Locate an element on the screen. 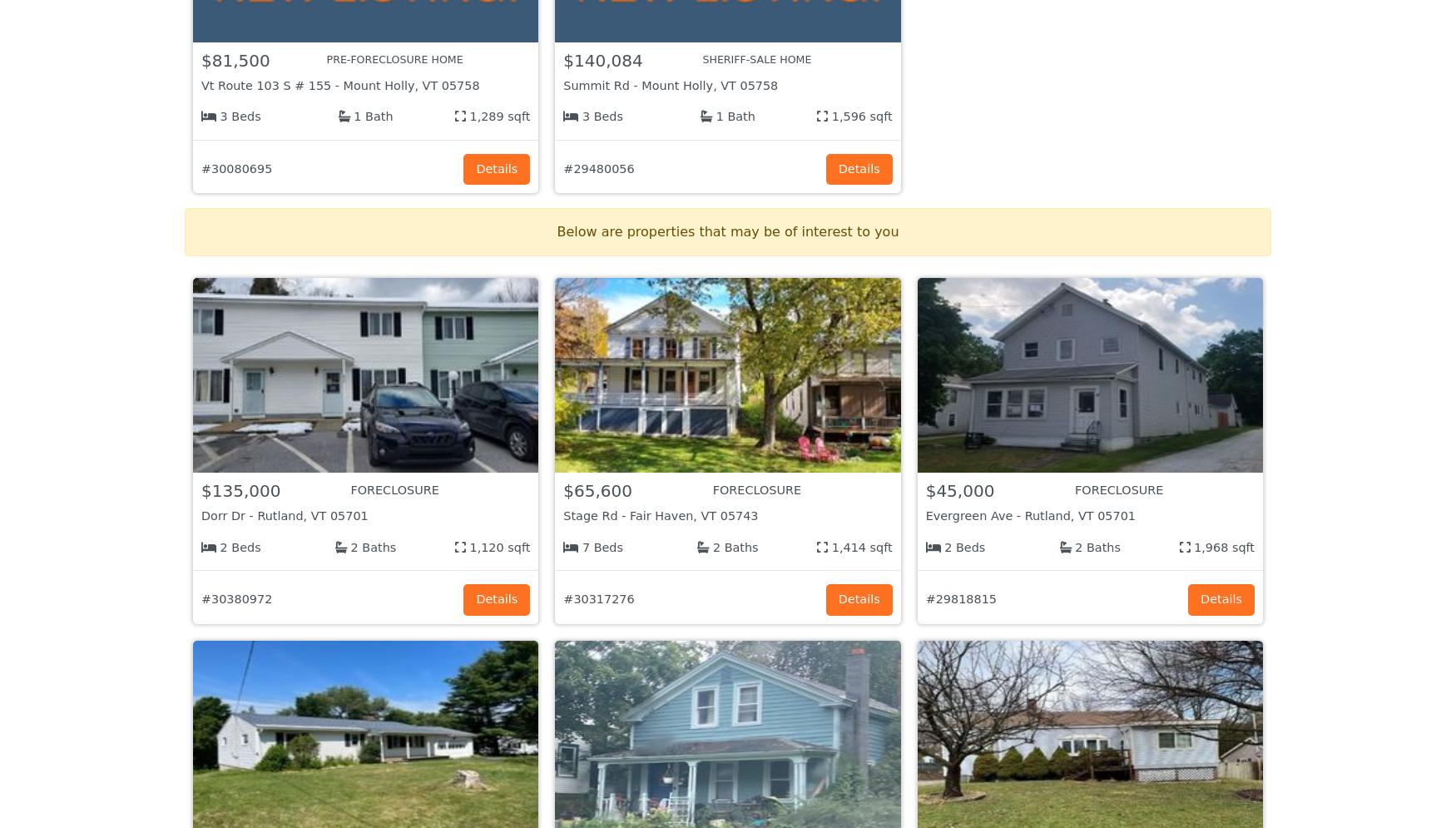 This screenshot has width=1456, height=828. 'Press Release' is located at coordinates (611, 671).